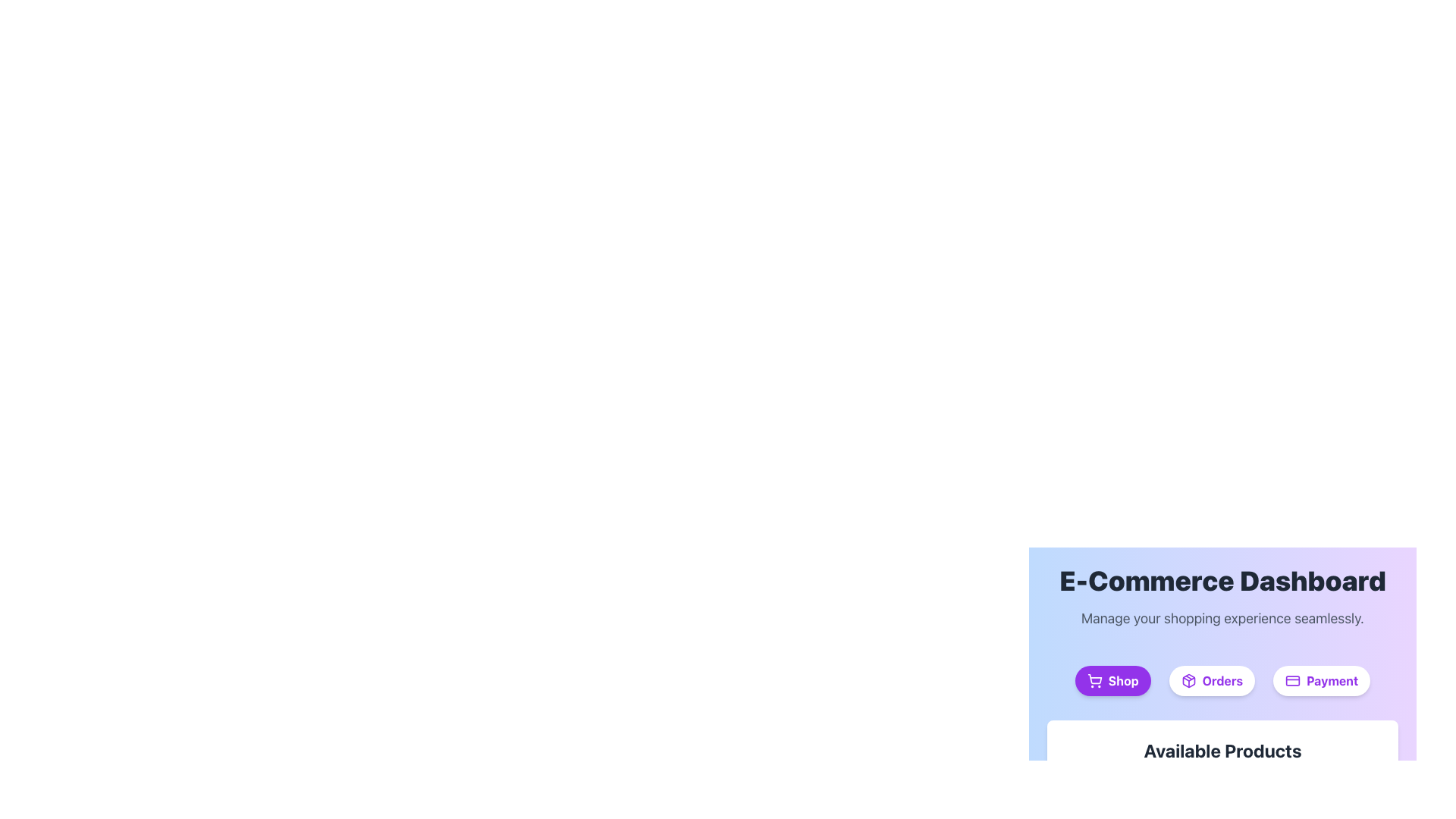  What do you see at coordinates (1112, 680) in the screenshot?
I see `the first button in the horizontal bar below the 'E-Commerce Dashboard' heading` at bounding box center [1112, 680].